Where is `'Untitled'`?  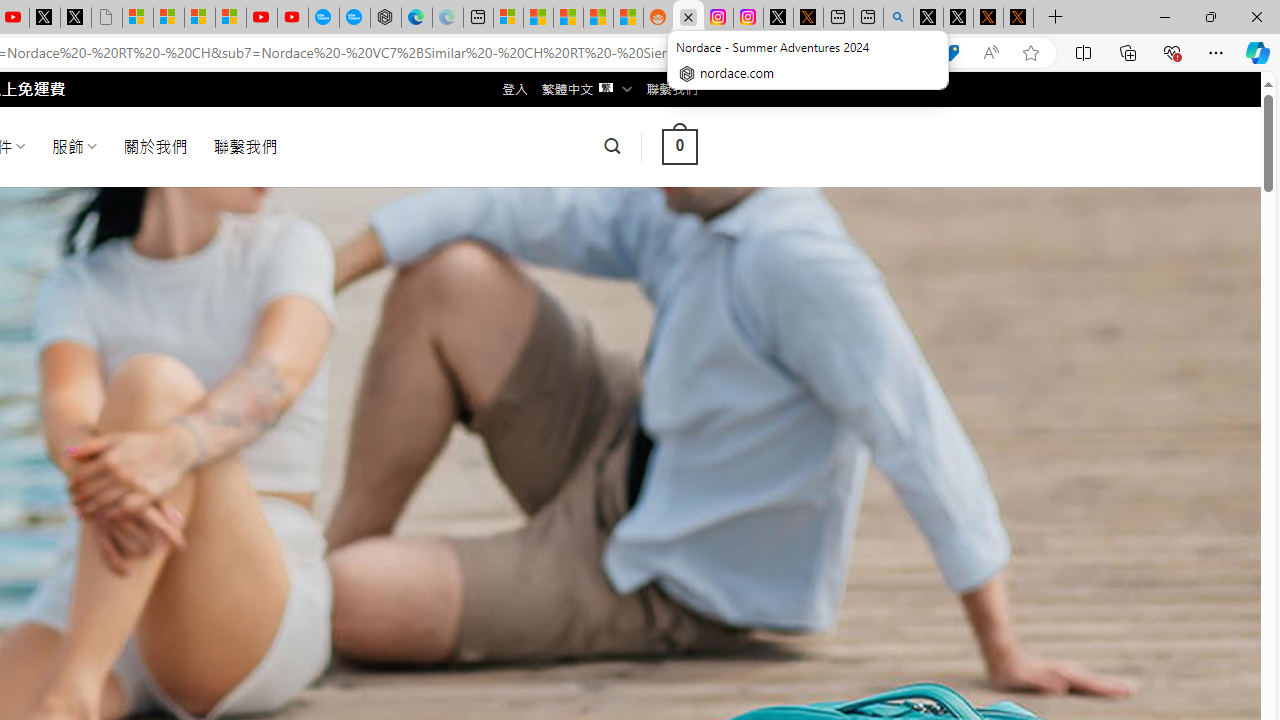
'Untitled' is located at coordinates (105, 17).